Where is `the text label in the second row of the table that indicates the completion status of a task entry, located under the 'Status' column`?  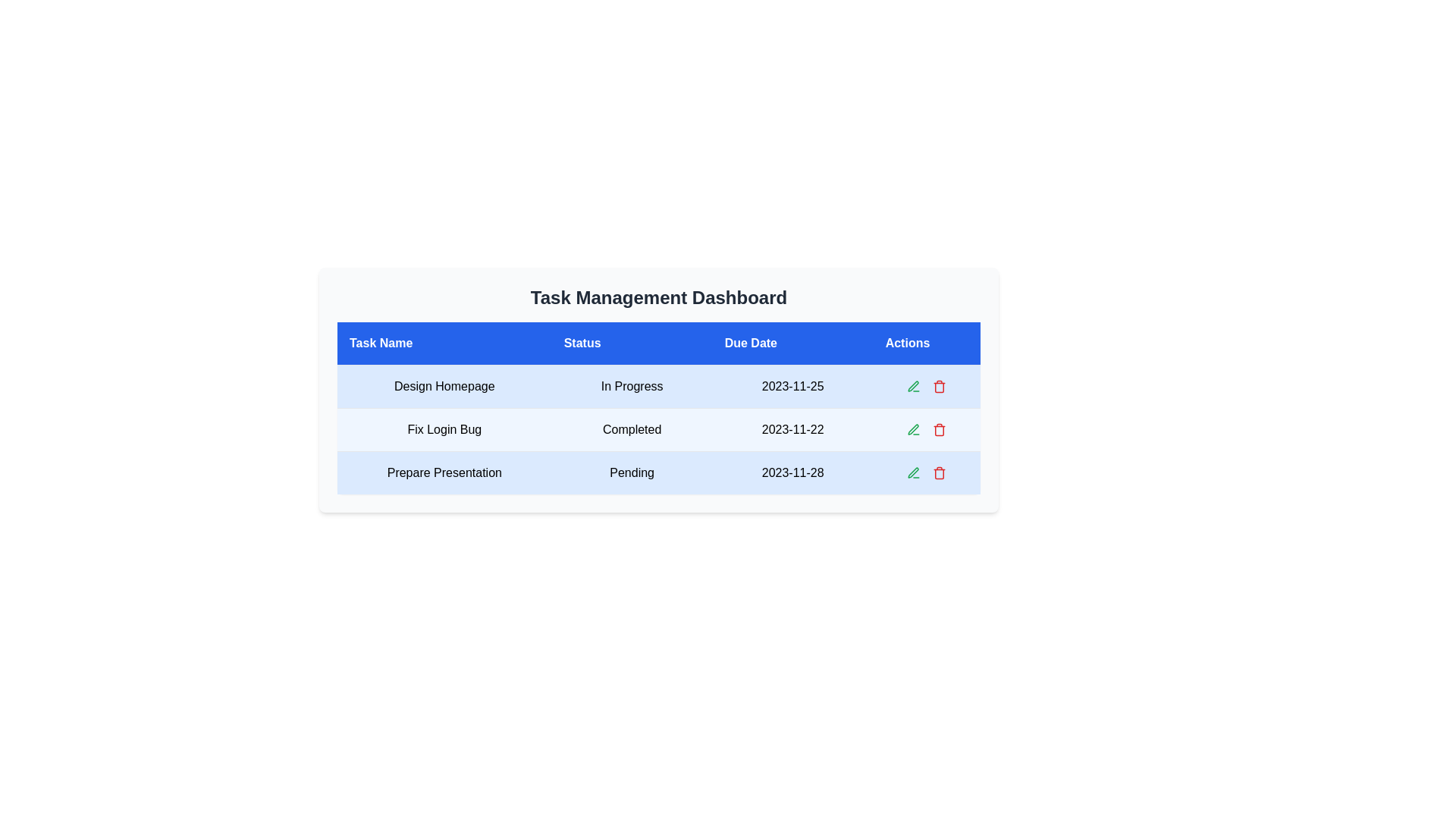 the text label in the second row of the table that indicates the completion status of a task entry, located under the 'Status' column is located at coordinates (632, 430).